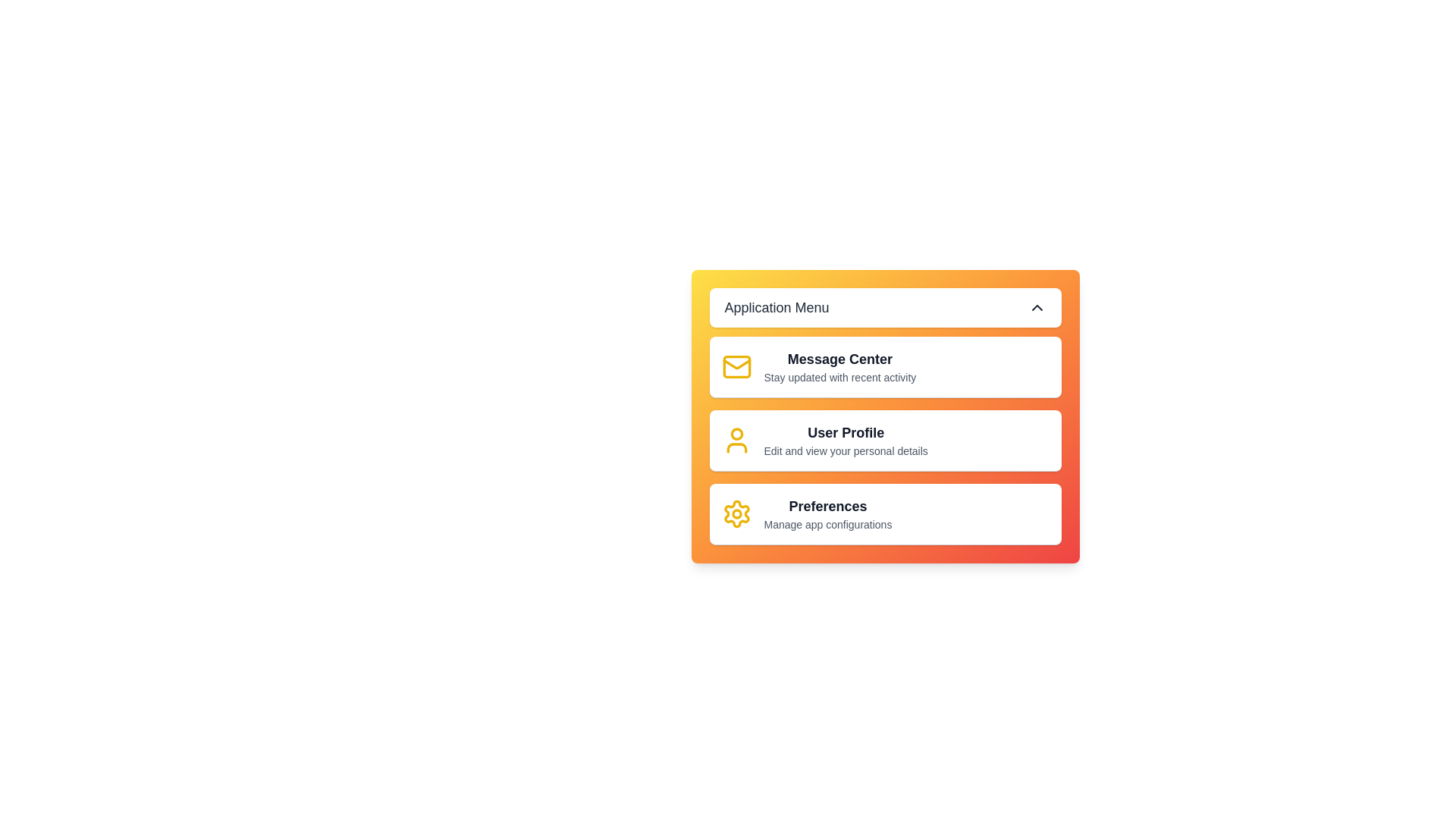 Image resolution: width=1456 pixels, height=819 pixels. What do you see at coordinates (885, 441) in the screenshot?
I see `the menu item User Profile to interact with its functionality` at bounding box center [885, 441].